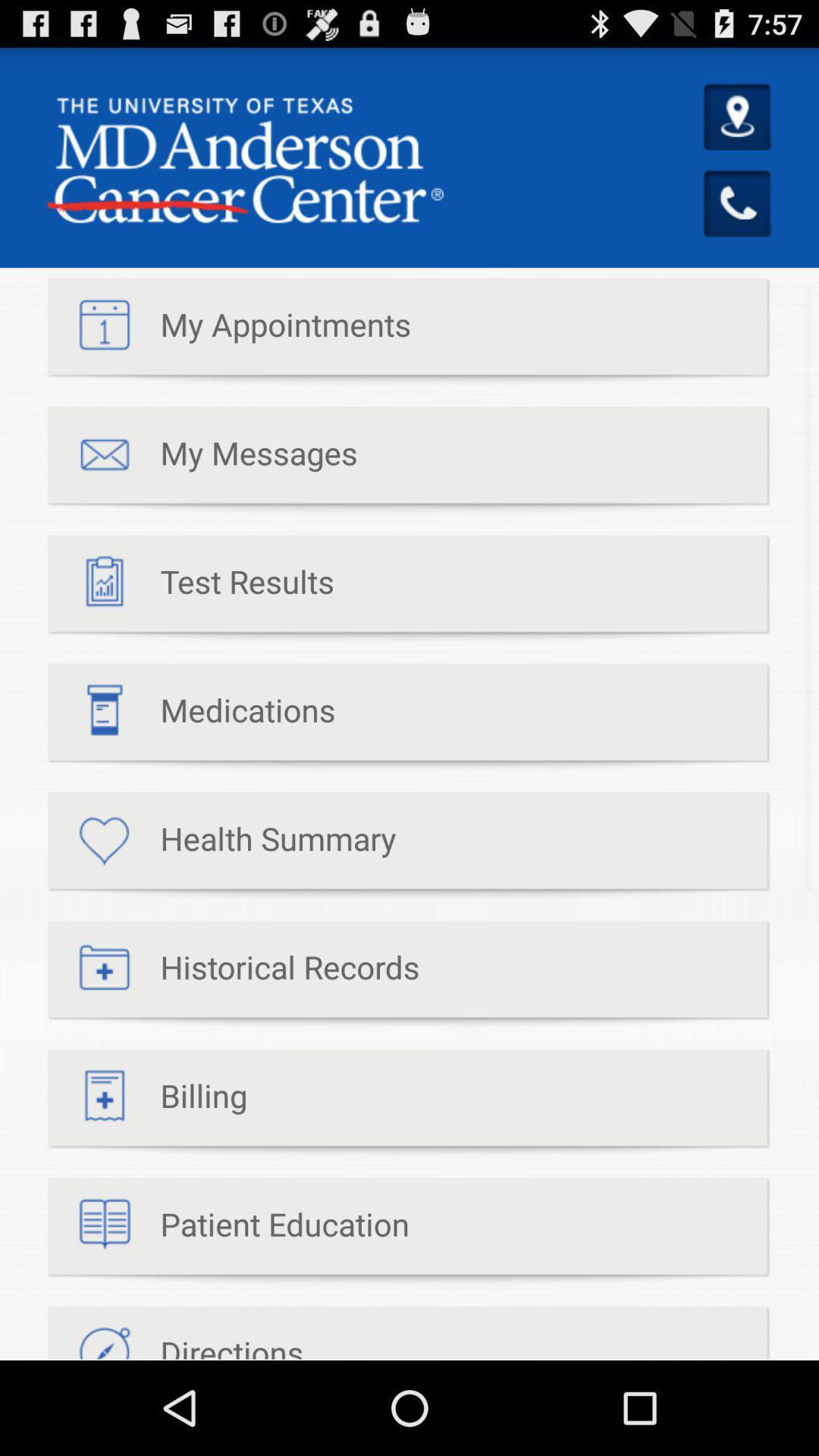 Image resolution: width=819 pixels, height=1456 pixels. I want to click on billing icon, so click(147, 1103).